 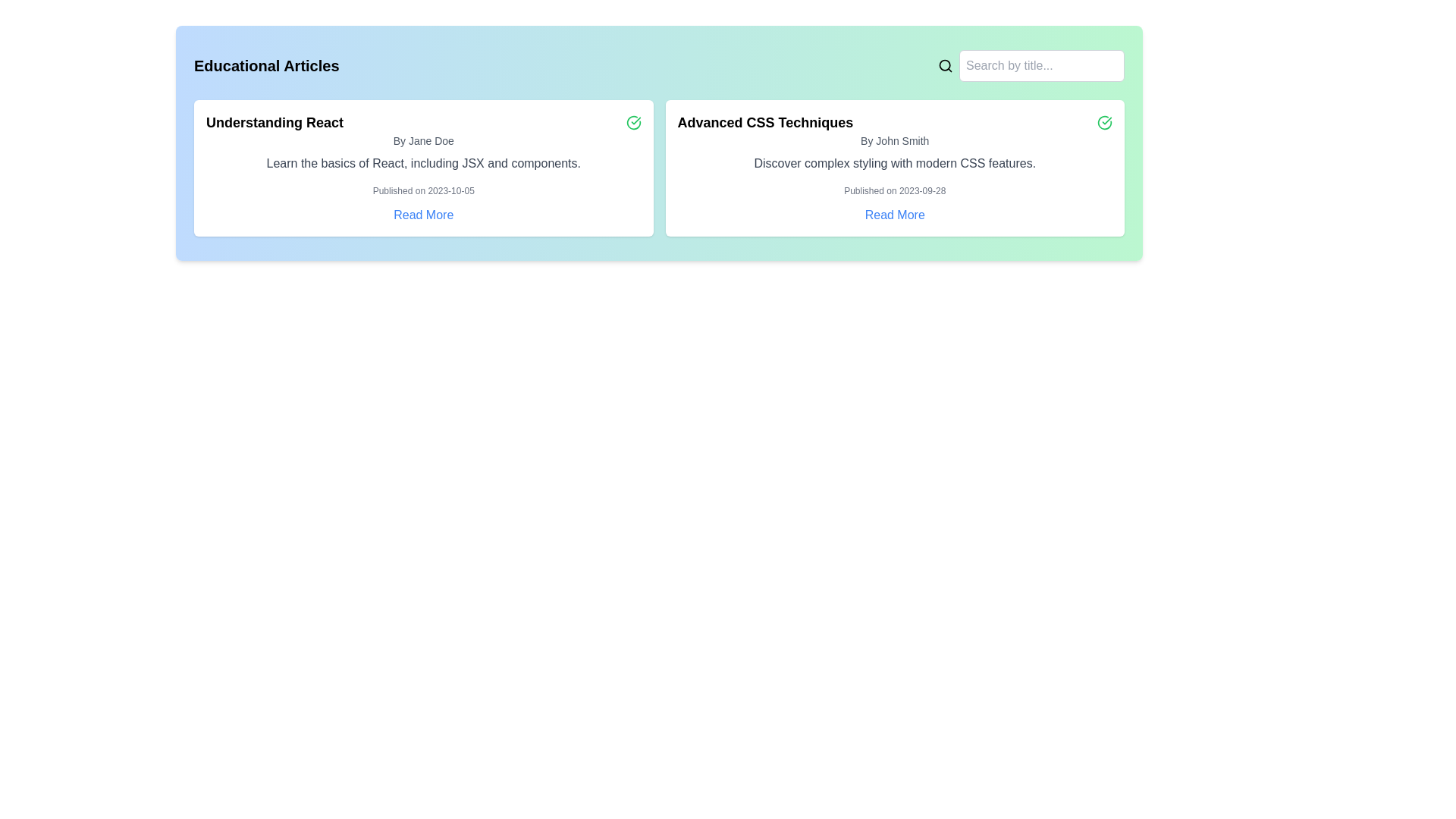 What do you see at coordinates (765, 122) in the screenshot?
I see `text content of the bold label displaying 'Advanced CSS Techniques' at the top of the right-hand card` at bounding box center [765, 122].